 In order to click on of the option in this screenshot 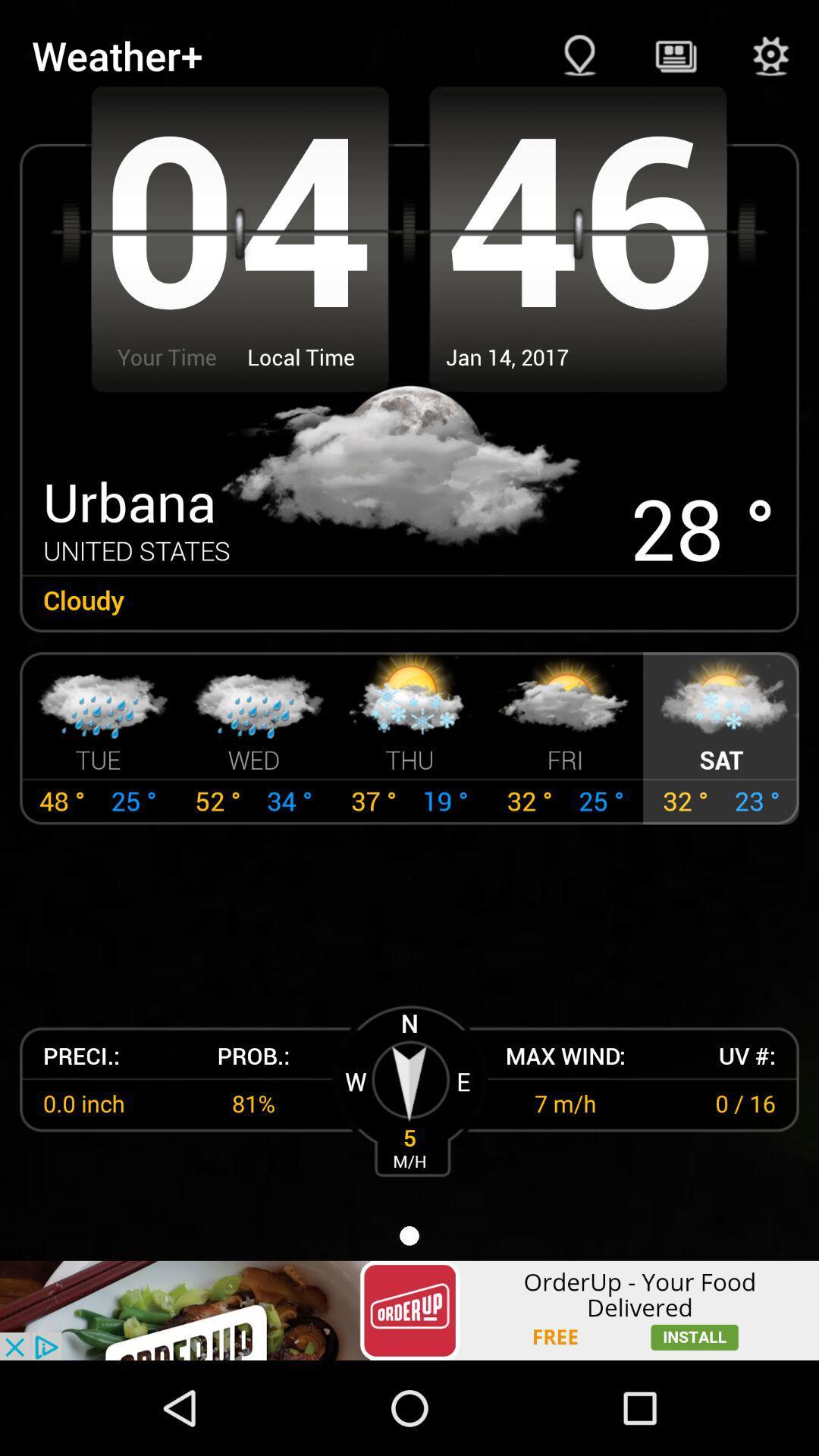, I will do `click(409, 1310)`.